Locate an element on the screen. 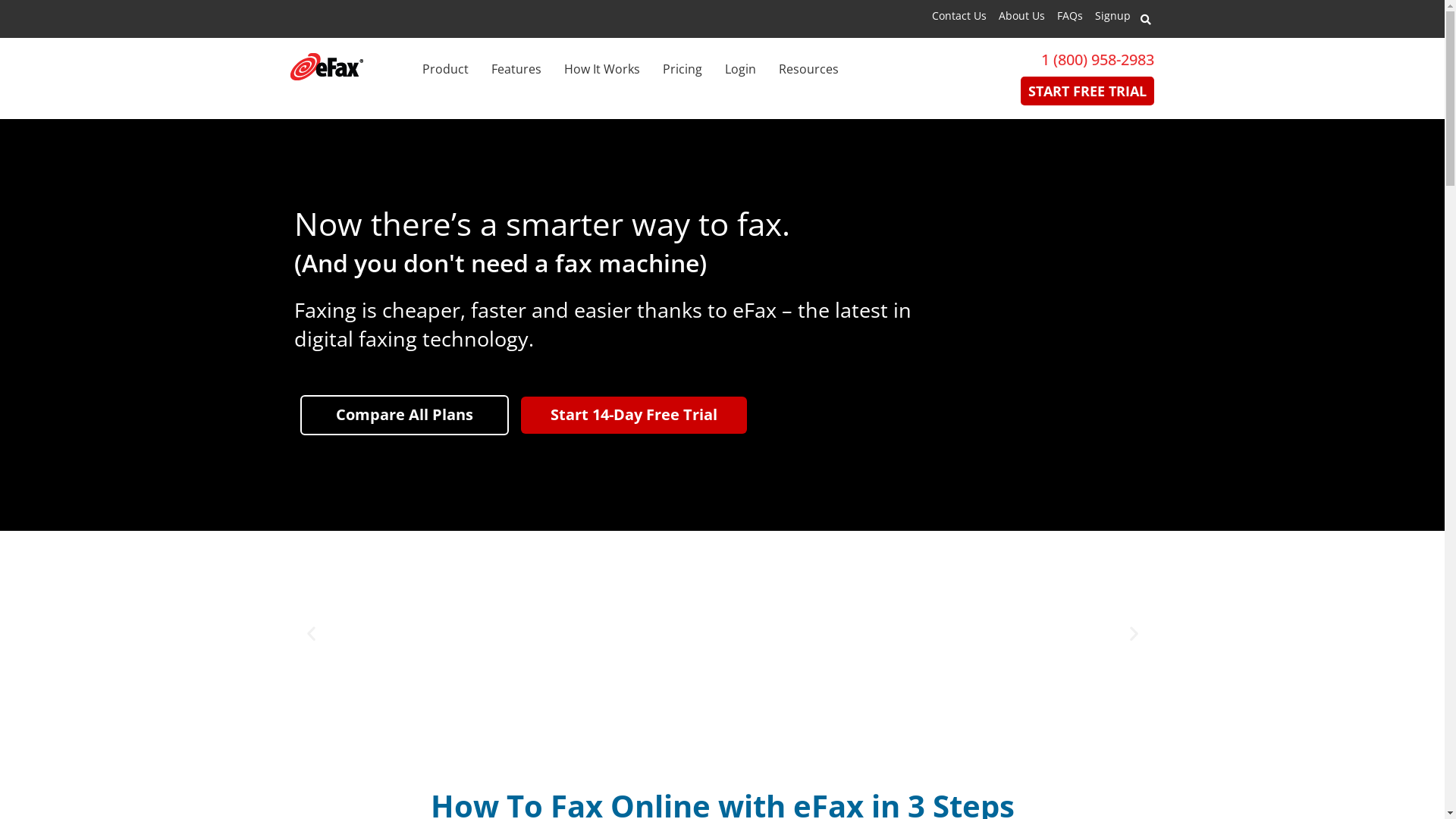  'Login' is located at coordinates (716, 70).